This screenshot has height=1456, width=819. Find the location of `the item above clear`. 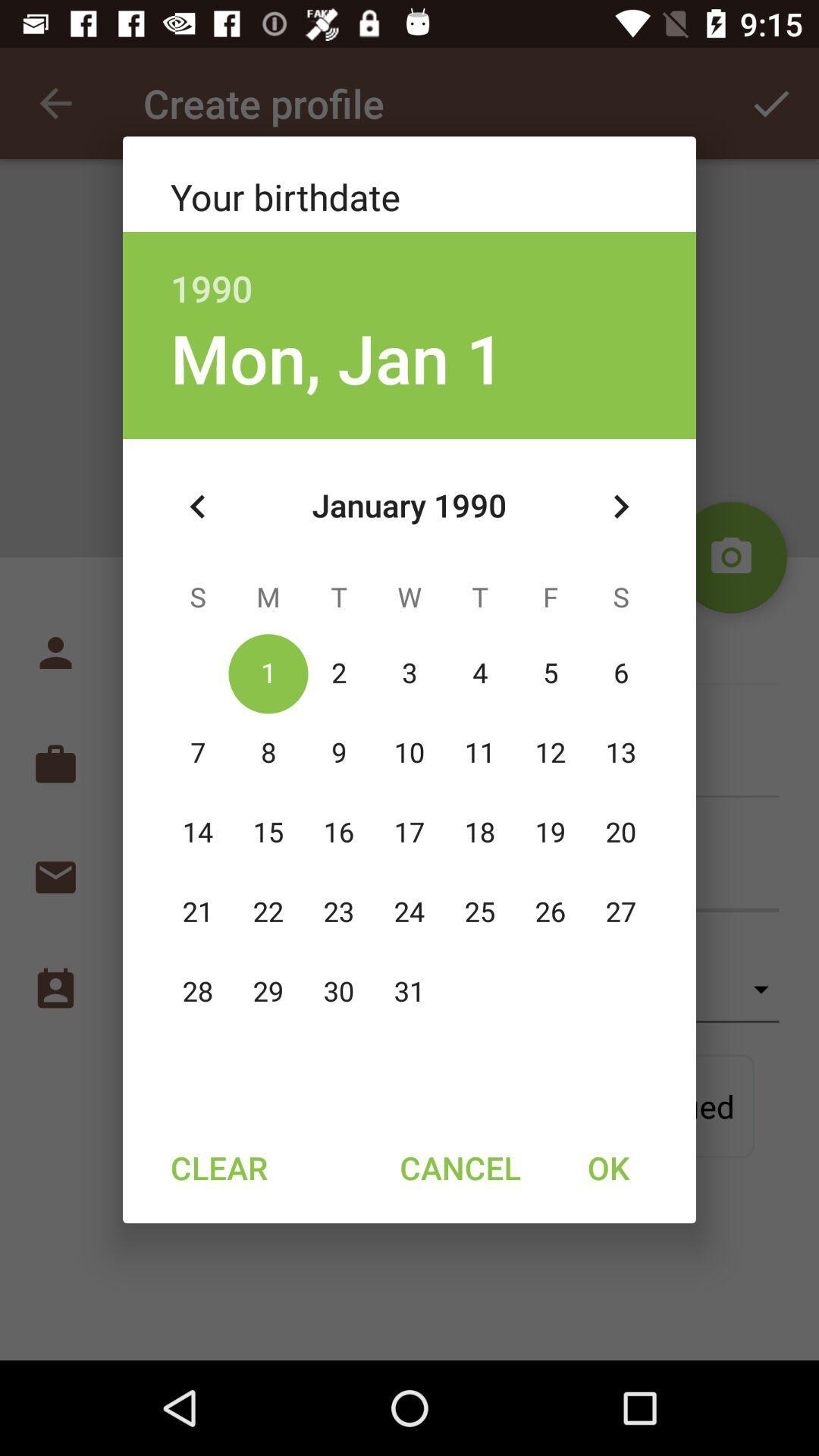

the item above clear is located at coordinates (197, 507).